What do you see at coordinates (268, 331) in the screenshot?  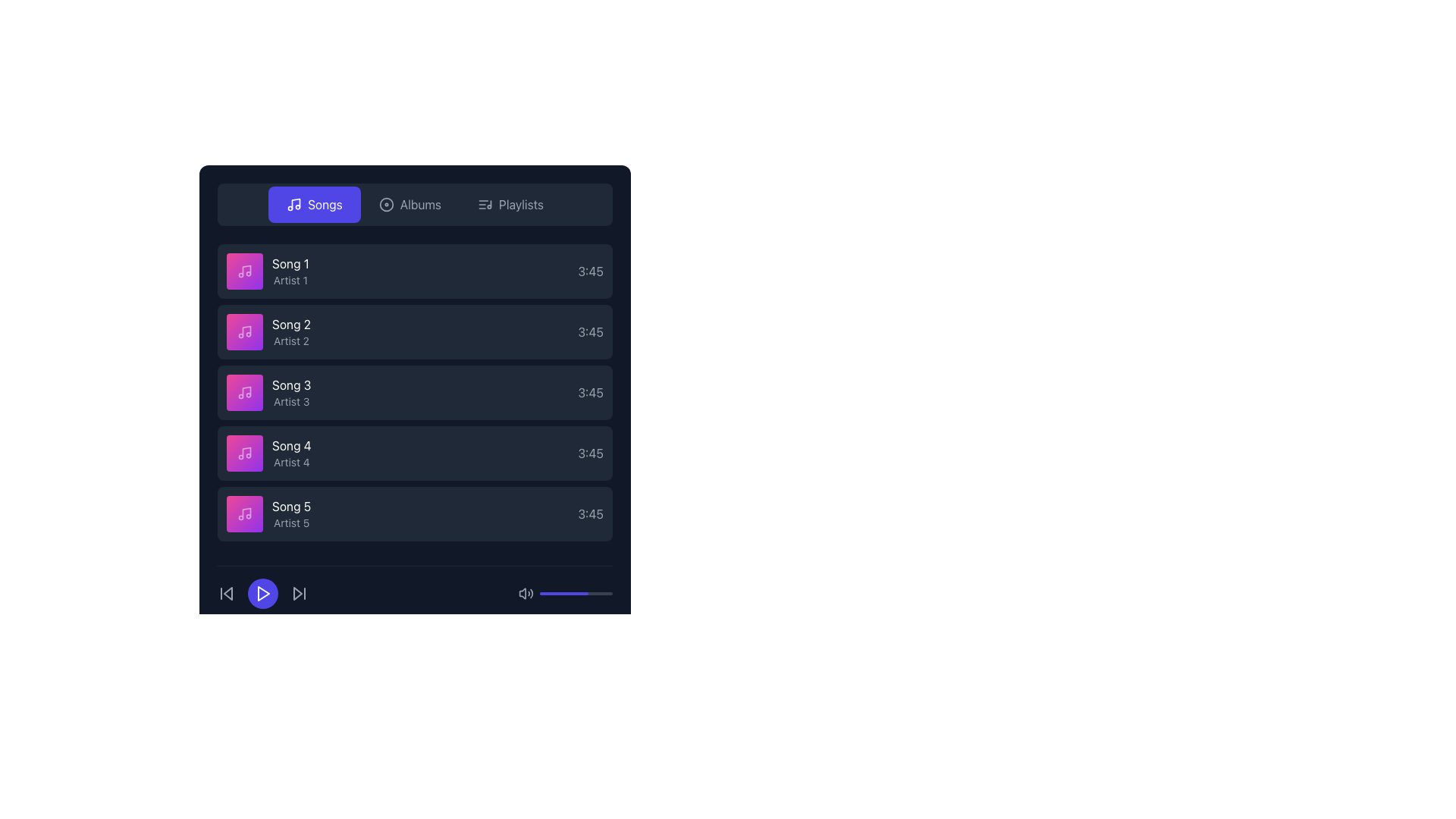 I see `the List item displaying the song title 'Song 2' and artist 'Artist 2'` at bounding box center [268, 331].